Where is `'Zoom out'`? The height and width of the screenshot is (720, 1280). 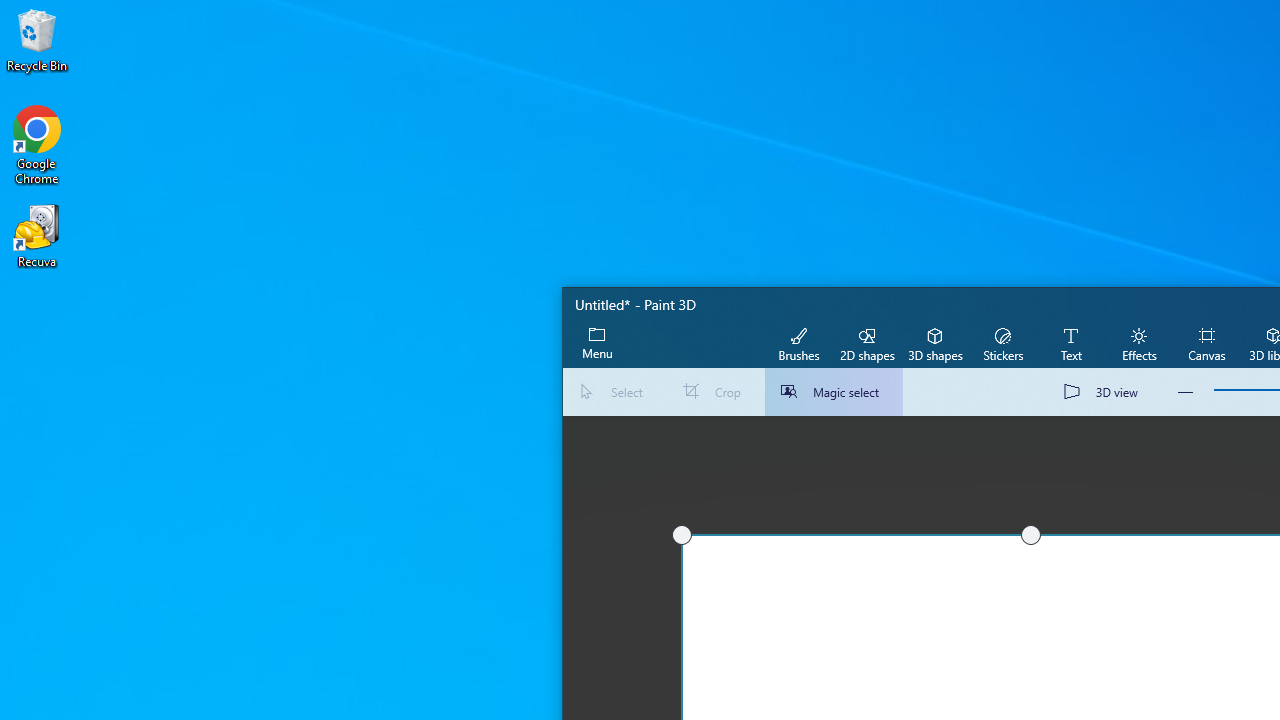 'Zoom out' is located at coordinates (1185, 392).